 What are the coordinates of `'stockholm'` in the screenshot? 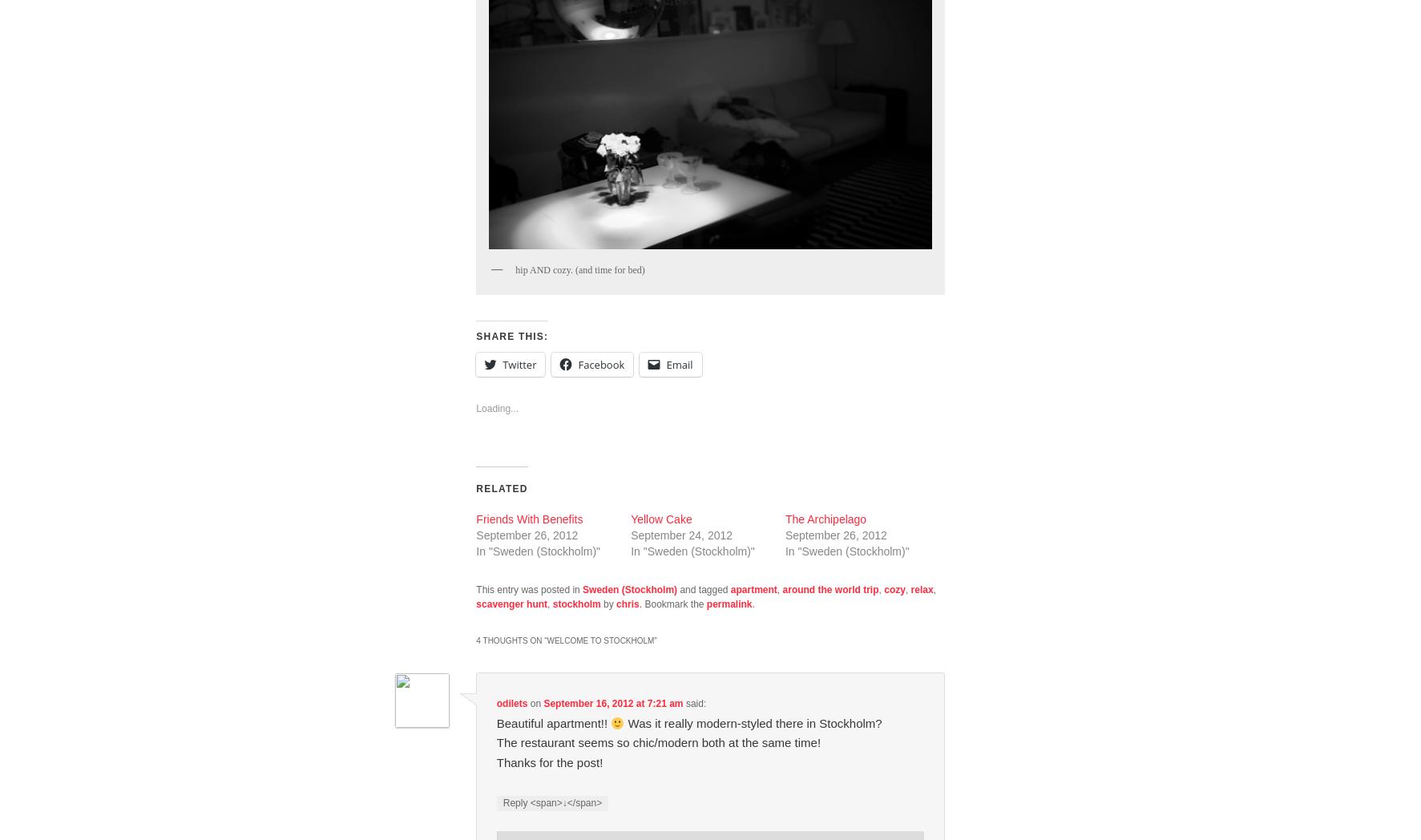 It's located at (575, 603).